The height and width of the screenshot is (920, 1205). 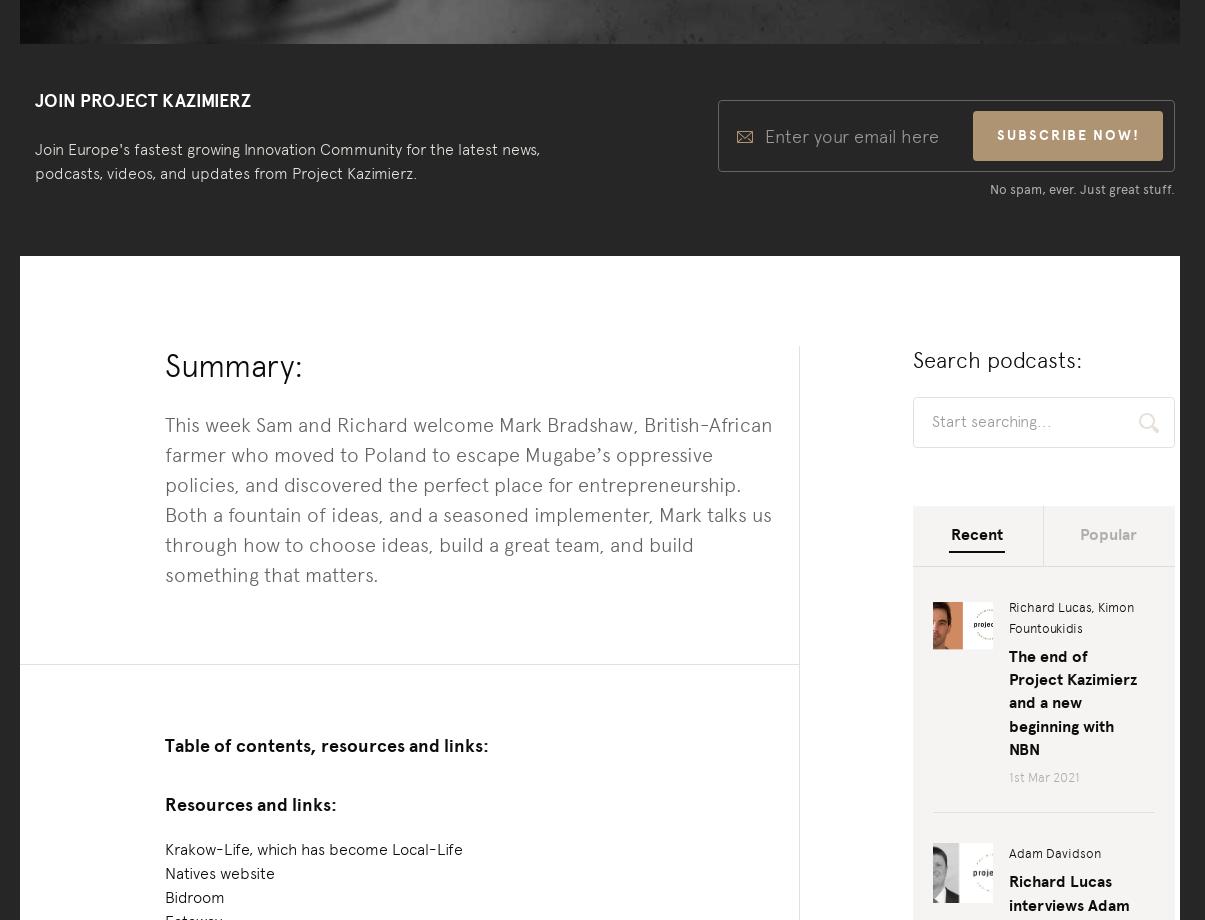 What do you see at coordinates (312, 847) in the screenshot?
I see `'Krakow-Life, which has become Local-Life'` at bounding box center [312, 847].